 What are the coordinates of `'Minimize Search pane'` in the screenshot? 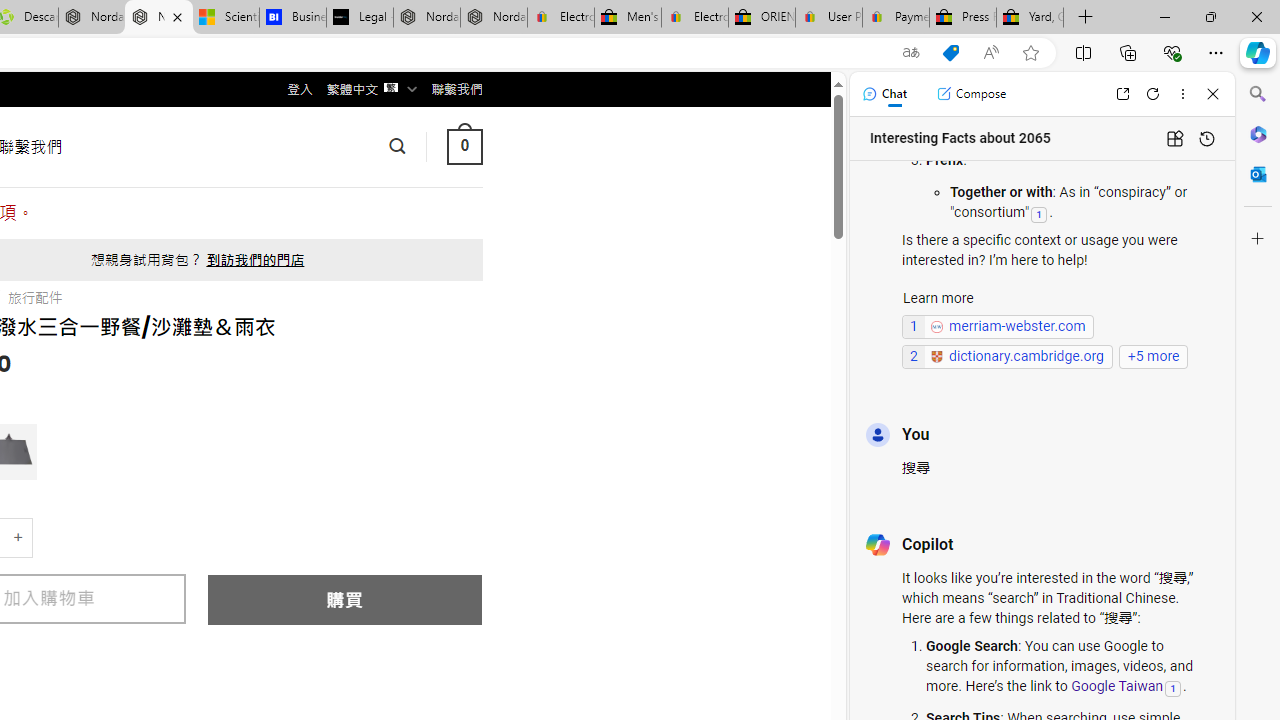 It's located at (1257, 94).